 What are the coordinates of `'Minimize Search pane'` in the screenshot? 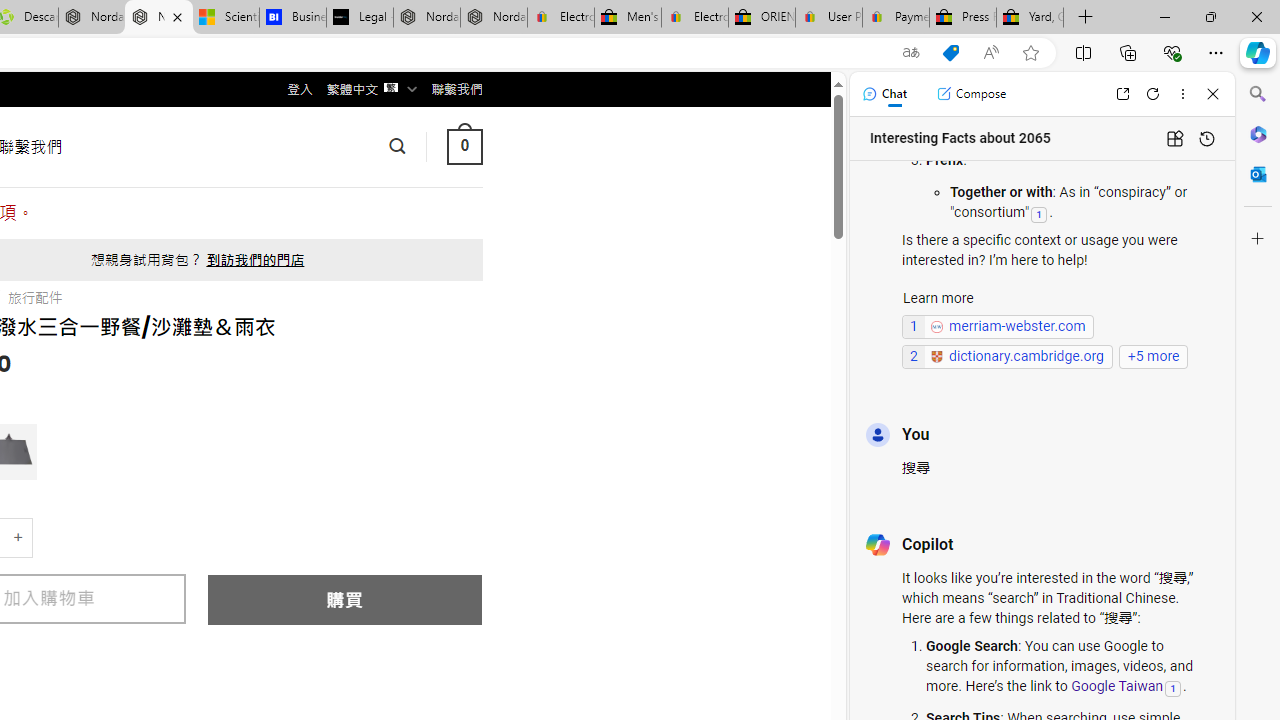 It's located at (1257, 94).